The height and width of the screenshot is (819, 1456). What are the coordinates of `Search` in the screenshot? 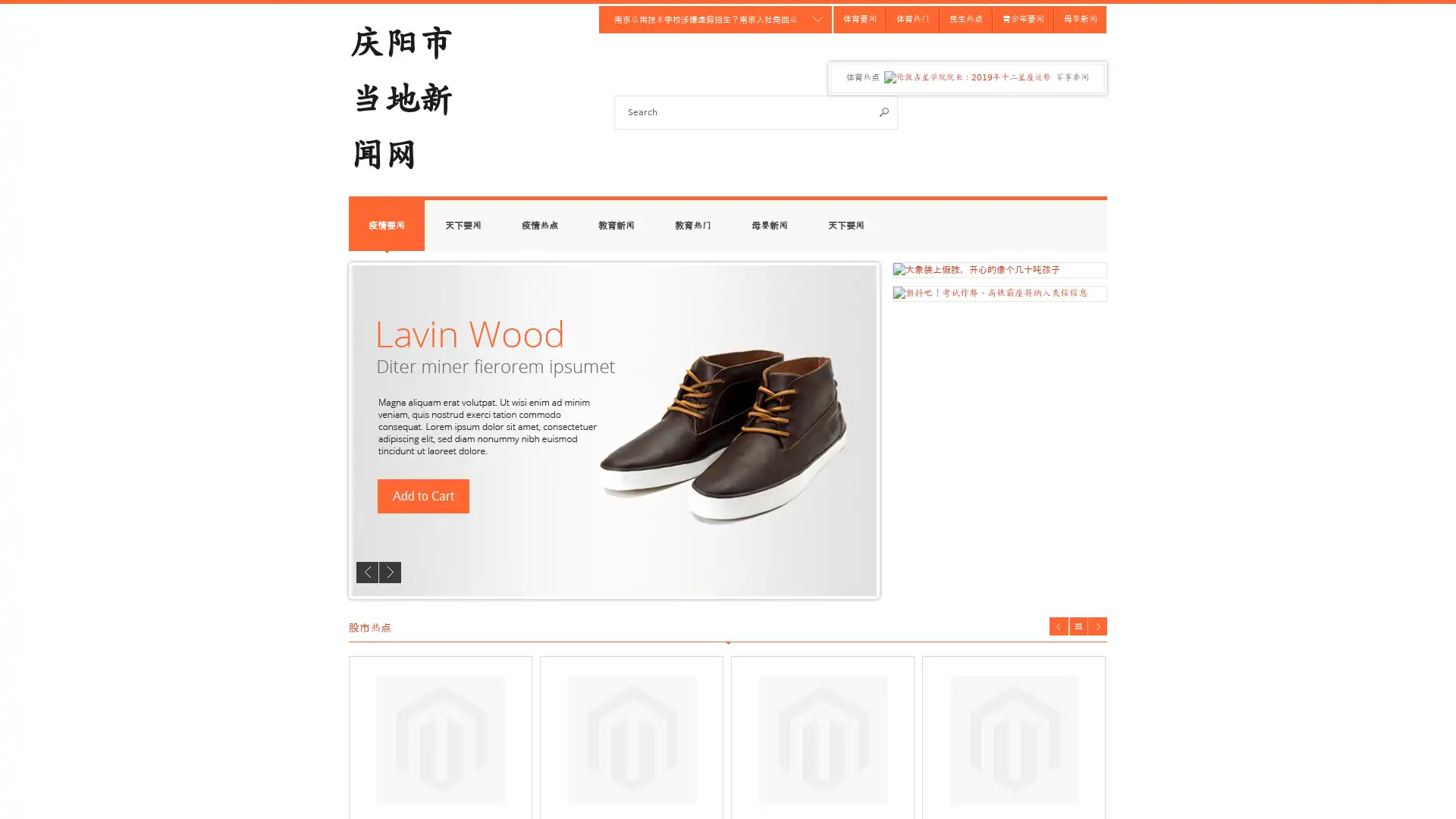 It's located at (884, 111).